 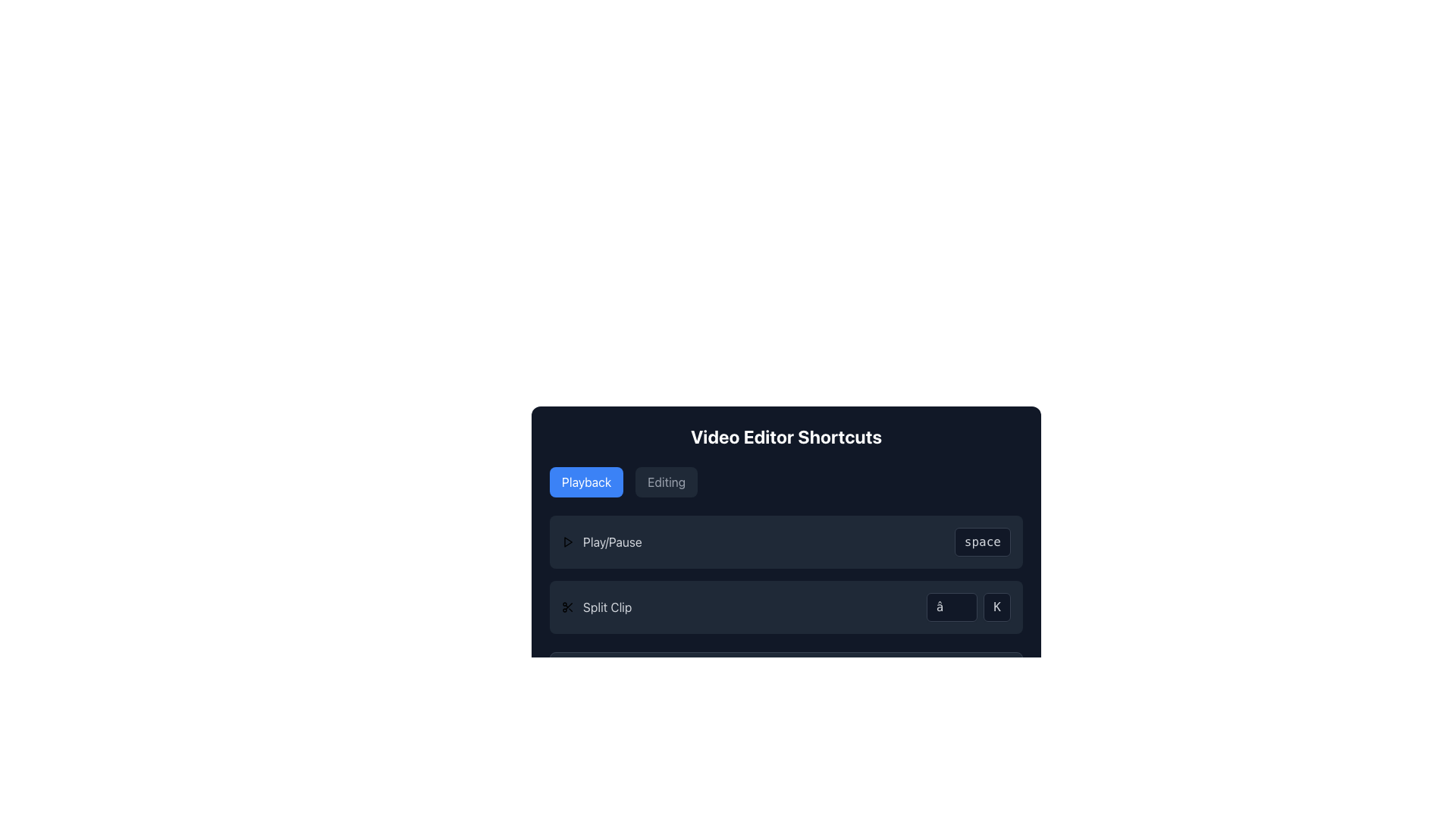 What do you see at coordinates (607, 607) in the screenshot?
I see `the text label 'Split Clip' which is part of the 'Video Editor Shortcuts' section, located near the scissors icon` at bounding box center [607, 607].